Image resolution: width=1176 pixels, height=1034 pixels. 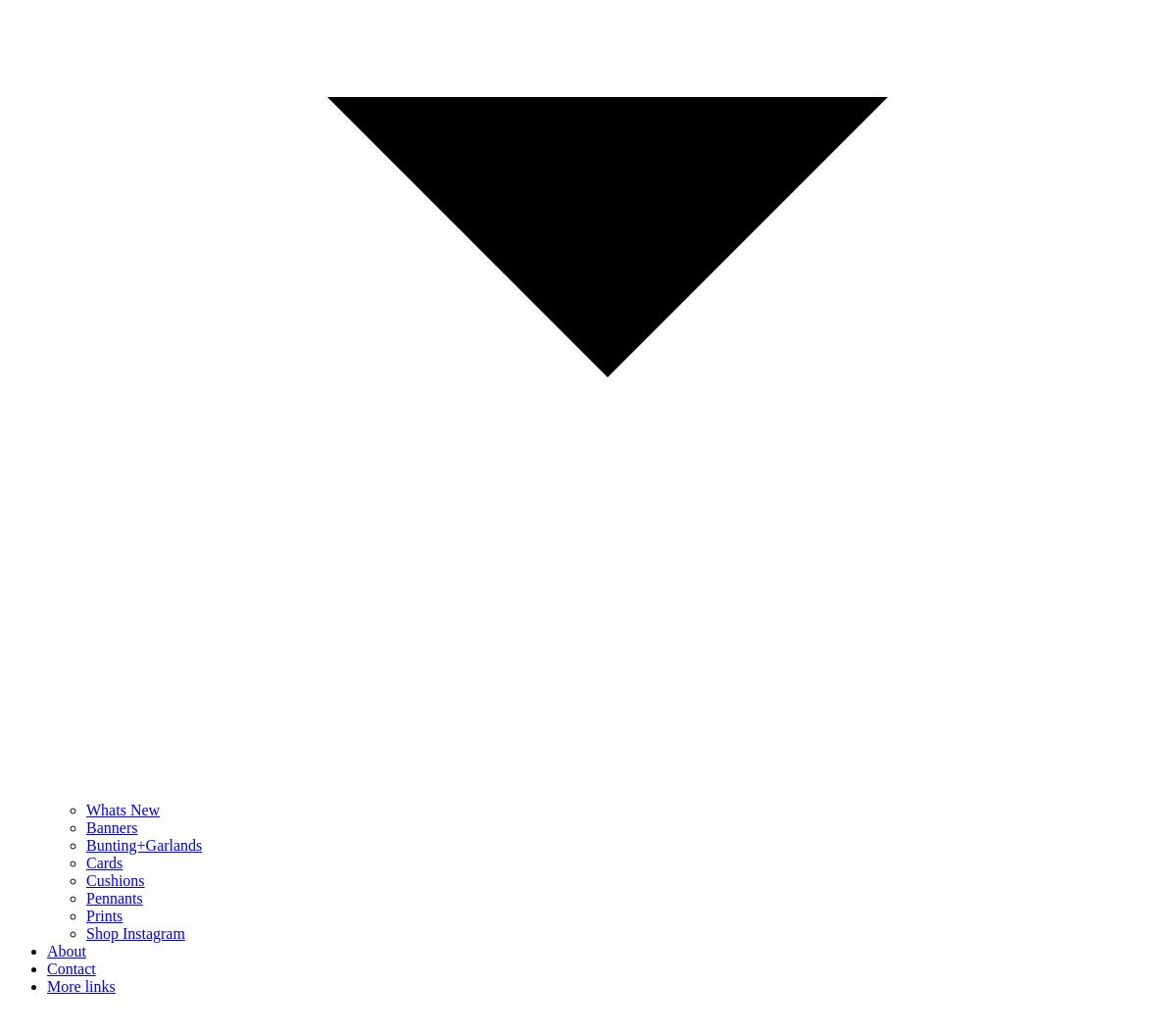 What do you see at coordinates (71, 968) in the screenshot?
I see `'Contact'` at bounding box center [71, 968].